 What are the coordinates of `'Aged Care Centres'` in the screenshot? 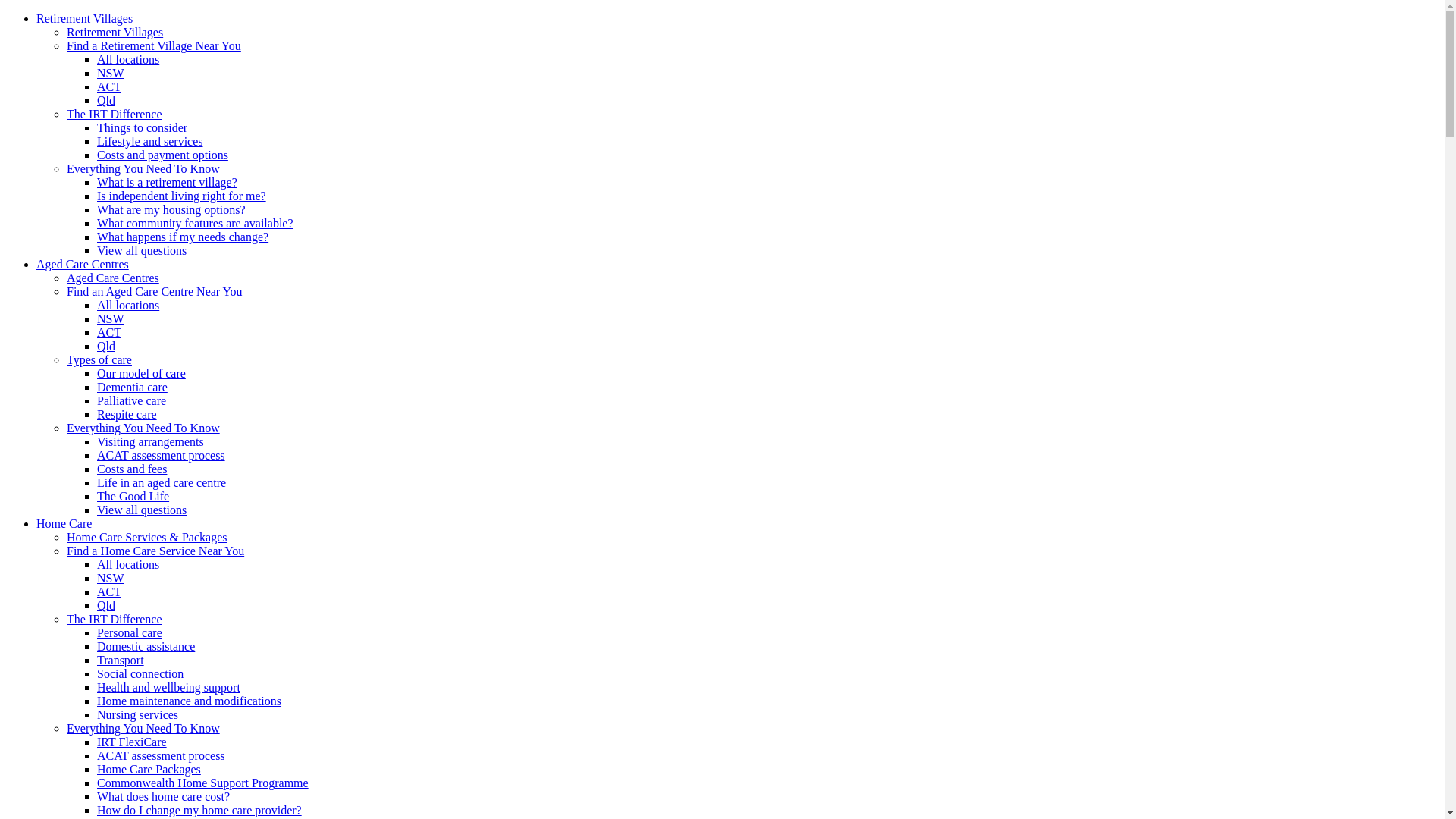 It's located at (111, 278).